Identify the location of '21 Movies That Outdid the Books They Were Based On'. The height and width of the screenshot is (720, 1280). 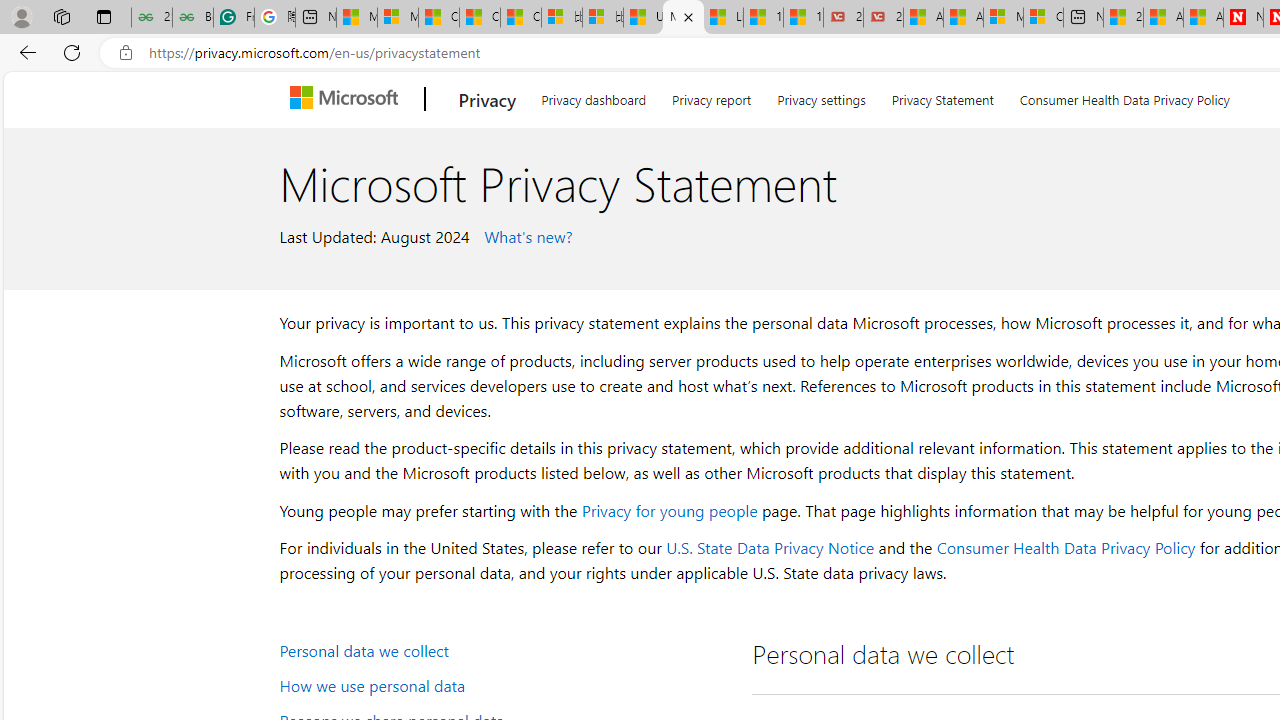
(882, 17).